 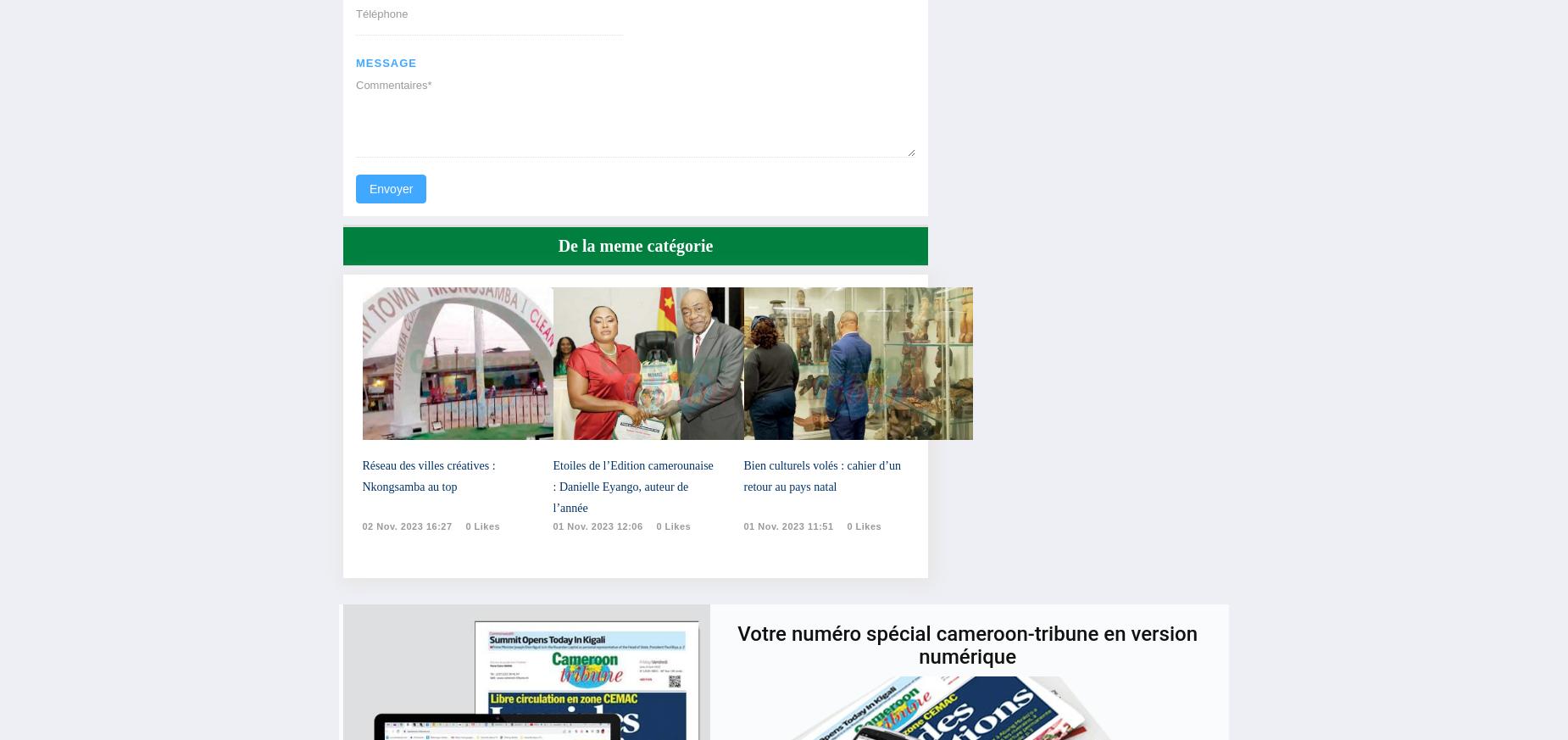 What do you see at coordinates (386, 62) in the screenshot?
I see `'message'` at bounding box center [386, 62].